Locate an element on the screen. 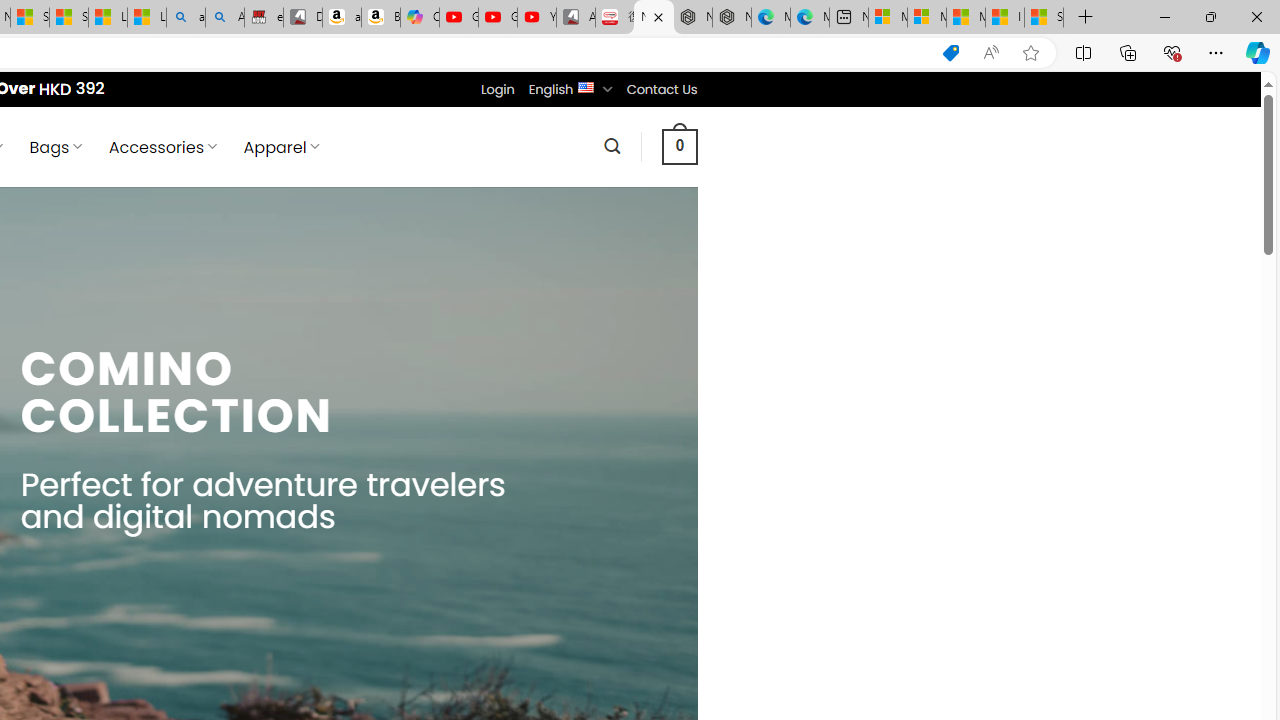  'This site has coupons! Shopping in Microsoft Edge' is located at coordinates (950, 52).